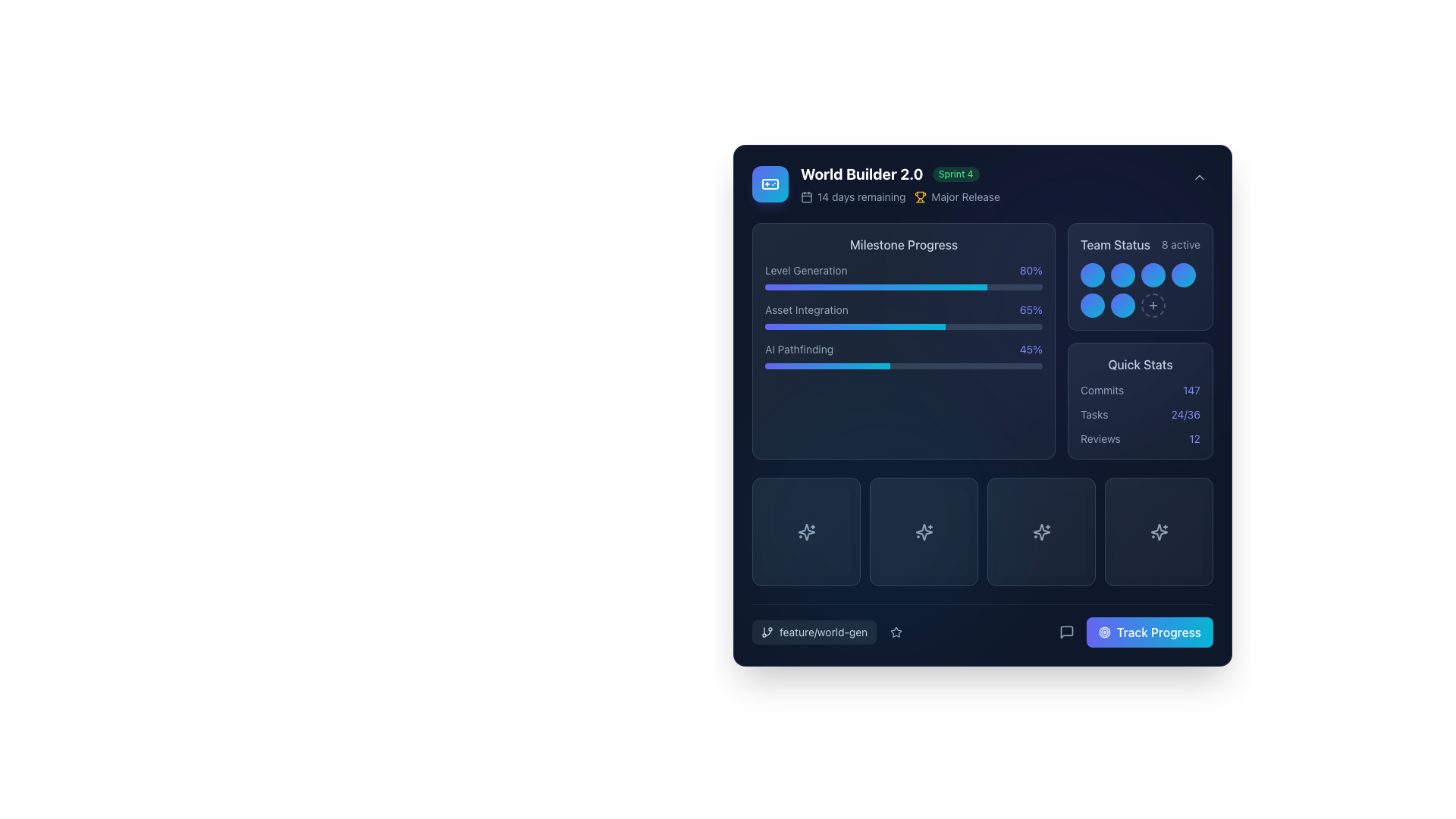 The width and height of the screenshot is (1456, 819). Describe the element at coordinates (1031, 350) in the screenshot. I see `the static text element displaying the percentage completion for 'AI Pathfinding', located in the milestone progress panel towards the center-left of the interface` at that location.